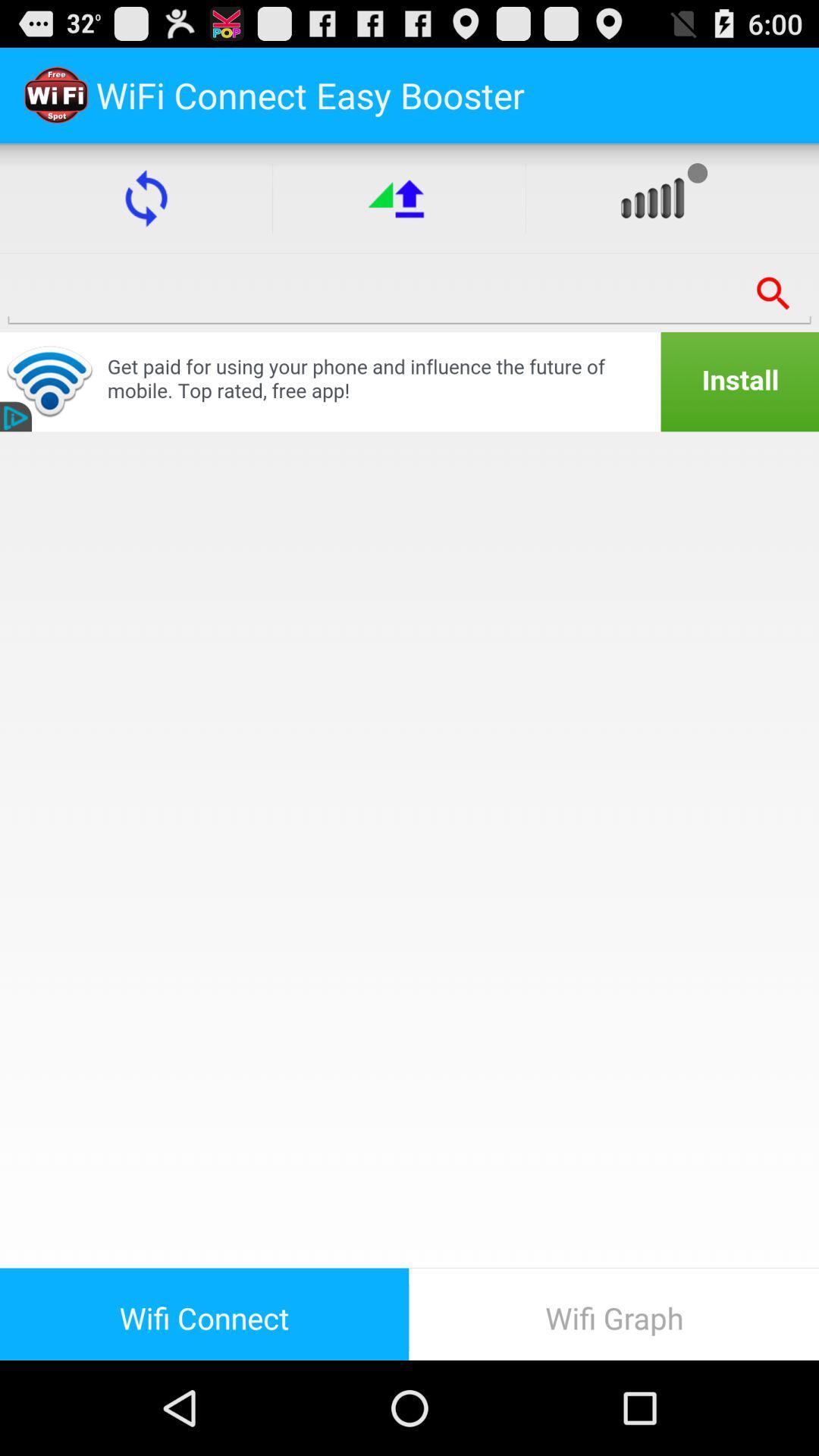 The width and height of the screenshot is (819, 1456). I want to click on item at the center, so click(409, 849).